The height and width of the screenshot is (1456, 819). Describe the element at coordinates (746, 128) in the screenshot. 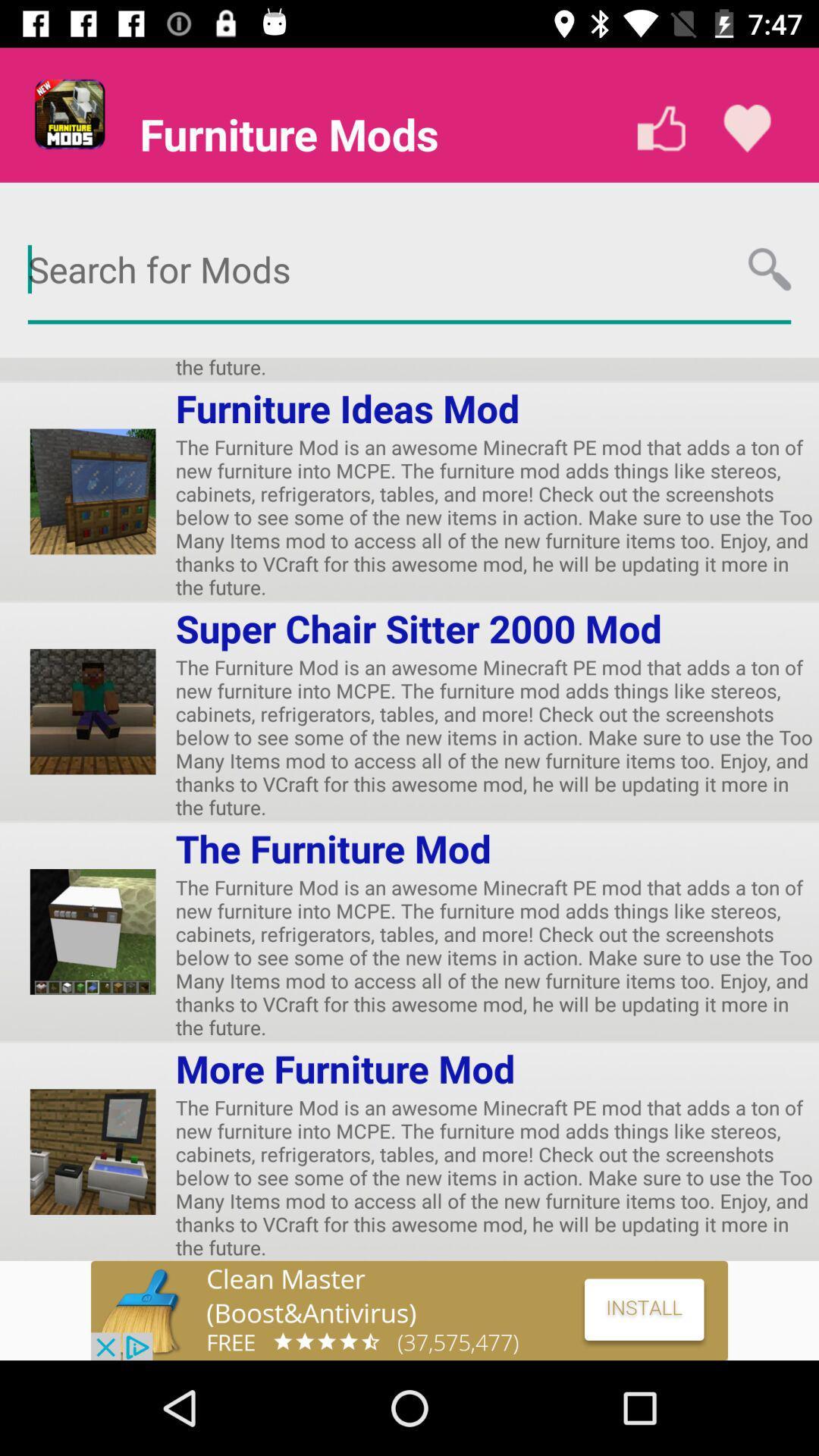

I see `heart this item` at that location.